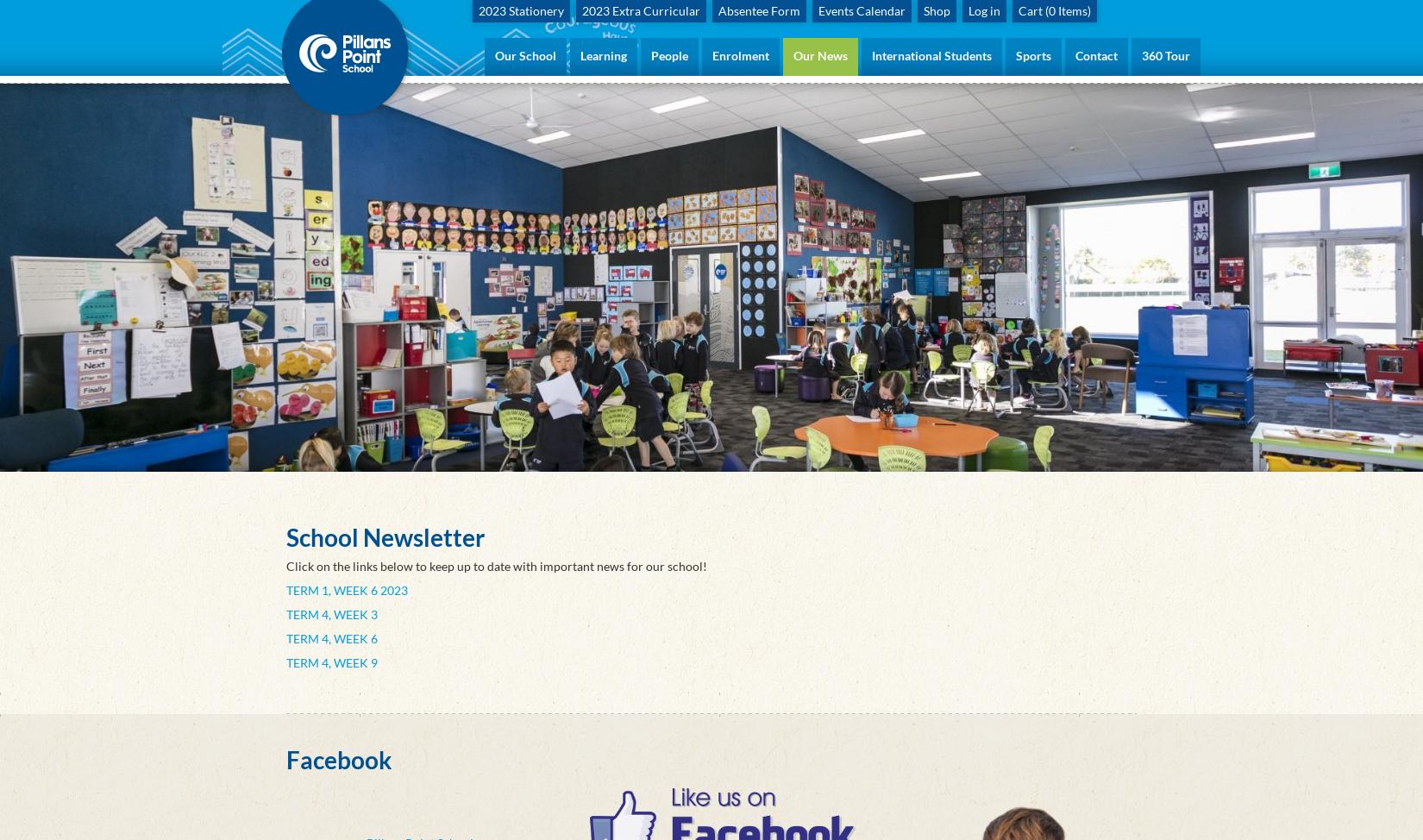 This screenshot has width=1423, height=840. What do you see at coordinates (1165, 55) in the screenshot?
I see `'360 Tour'` at bounding box center [1165, 55].